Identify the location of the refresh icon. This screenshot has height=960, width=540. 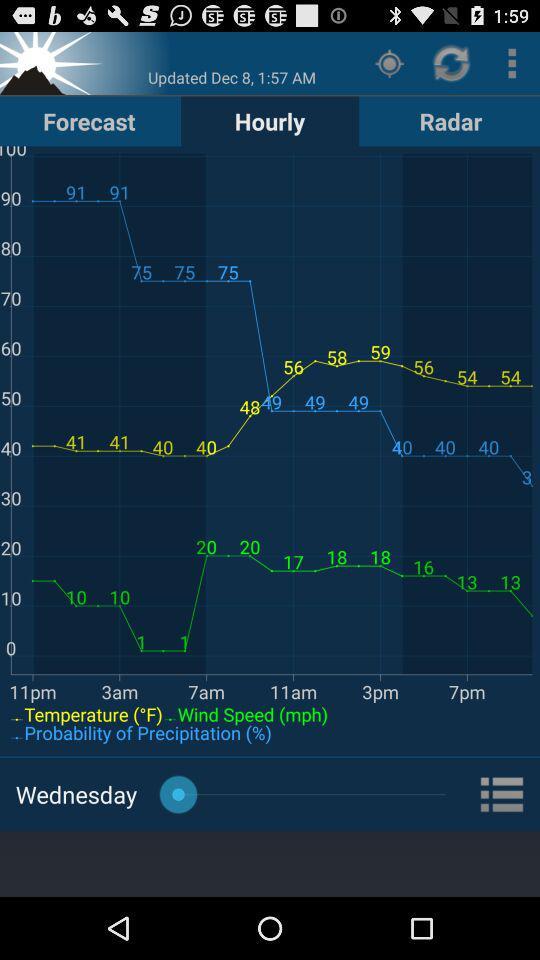
(452, 67).